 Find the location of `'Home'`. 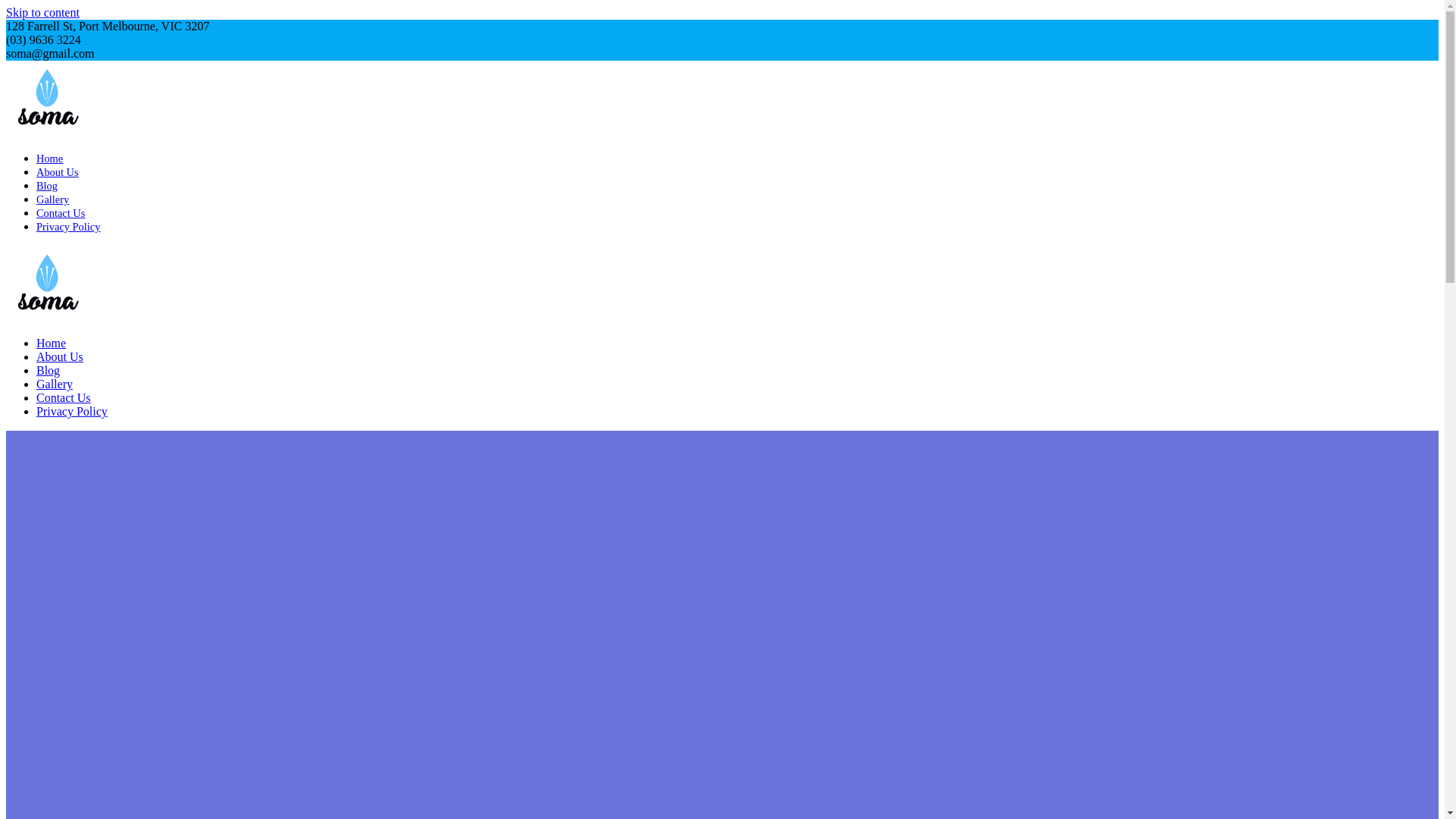

'Home' is located at coordinates (49, 158).